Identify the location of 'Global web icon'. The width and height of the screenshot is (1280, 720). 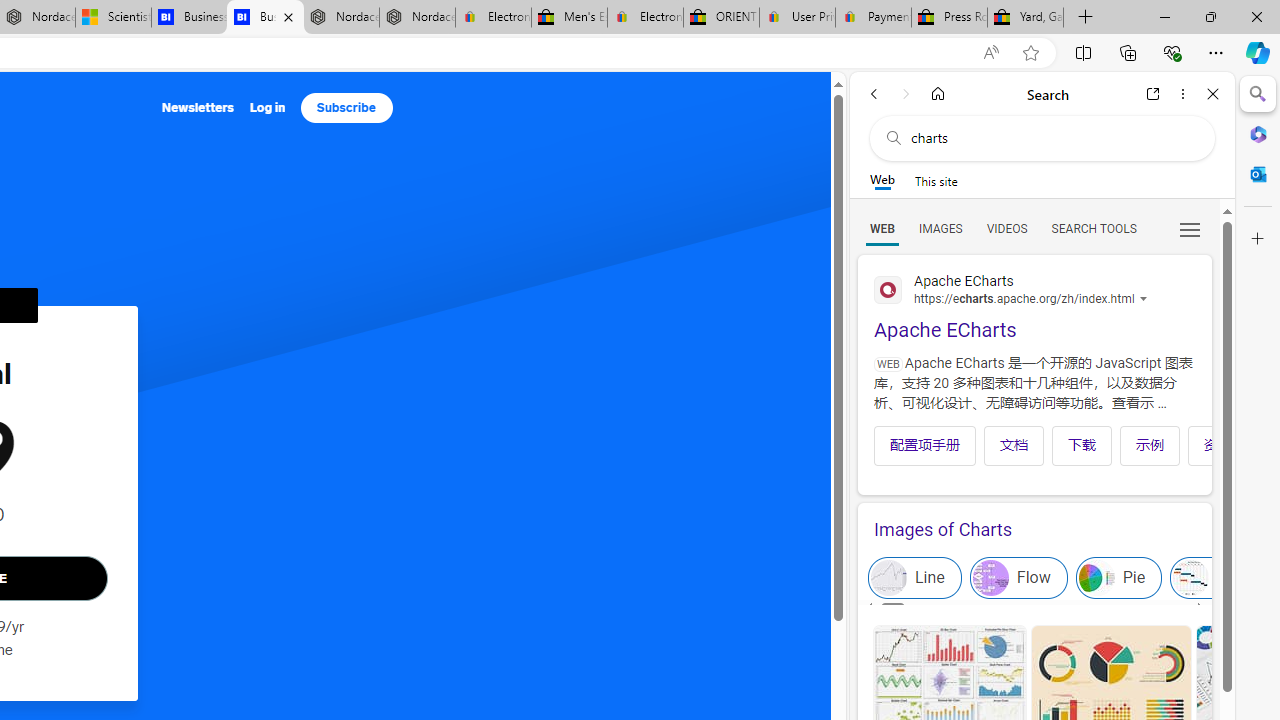
(887, 290).